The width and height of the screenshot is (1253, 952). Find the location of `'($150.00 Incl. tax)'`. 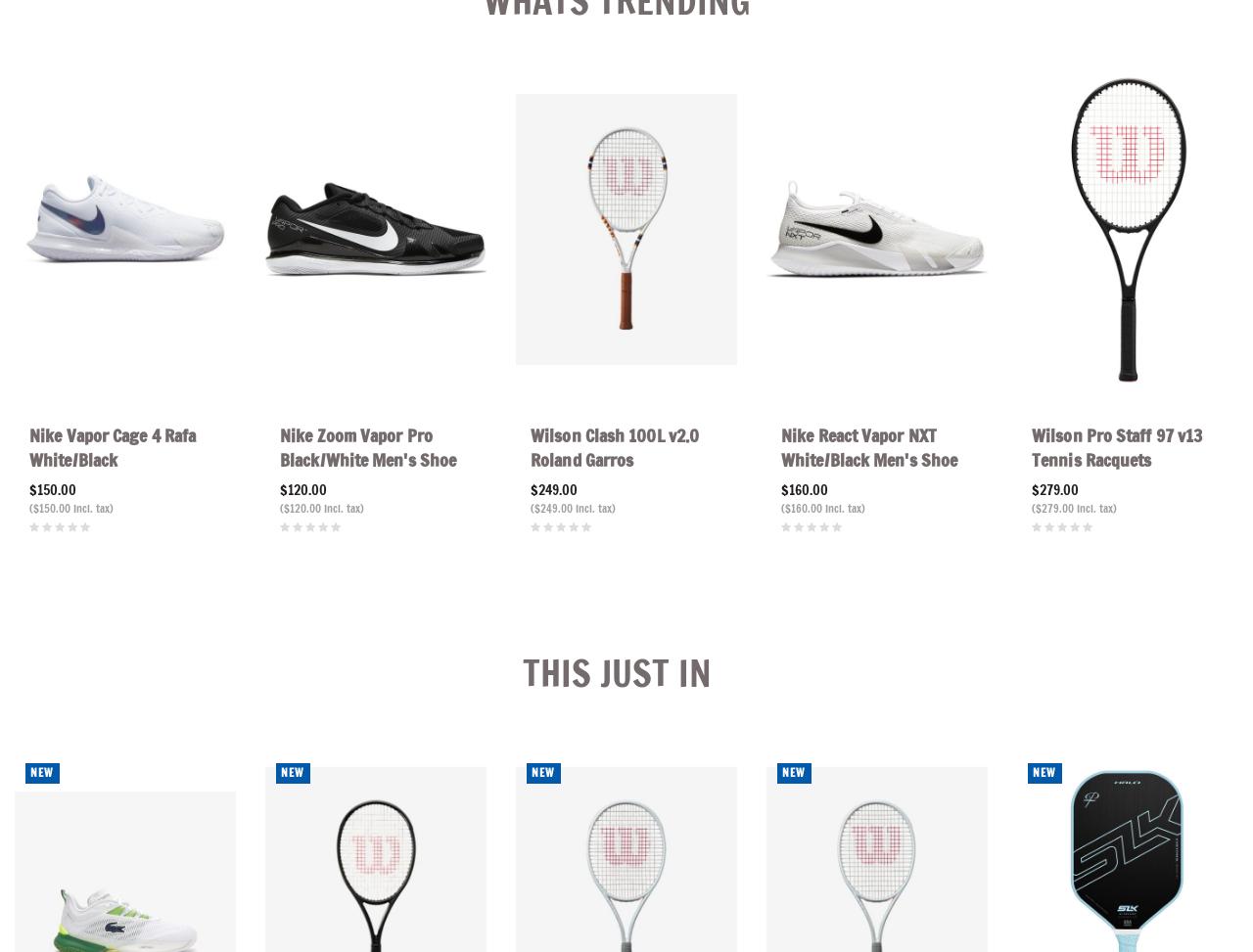

'($150.00 Incl. tax)' is located at coordinates (70, 507).